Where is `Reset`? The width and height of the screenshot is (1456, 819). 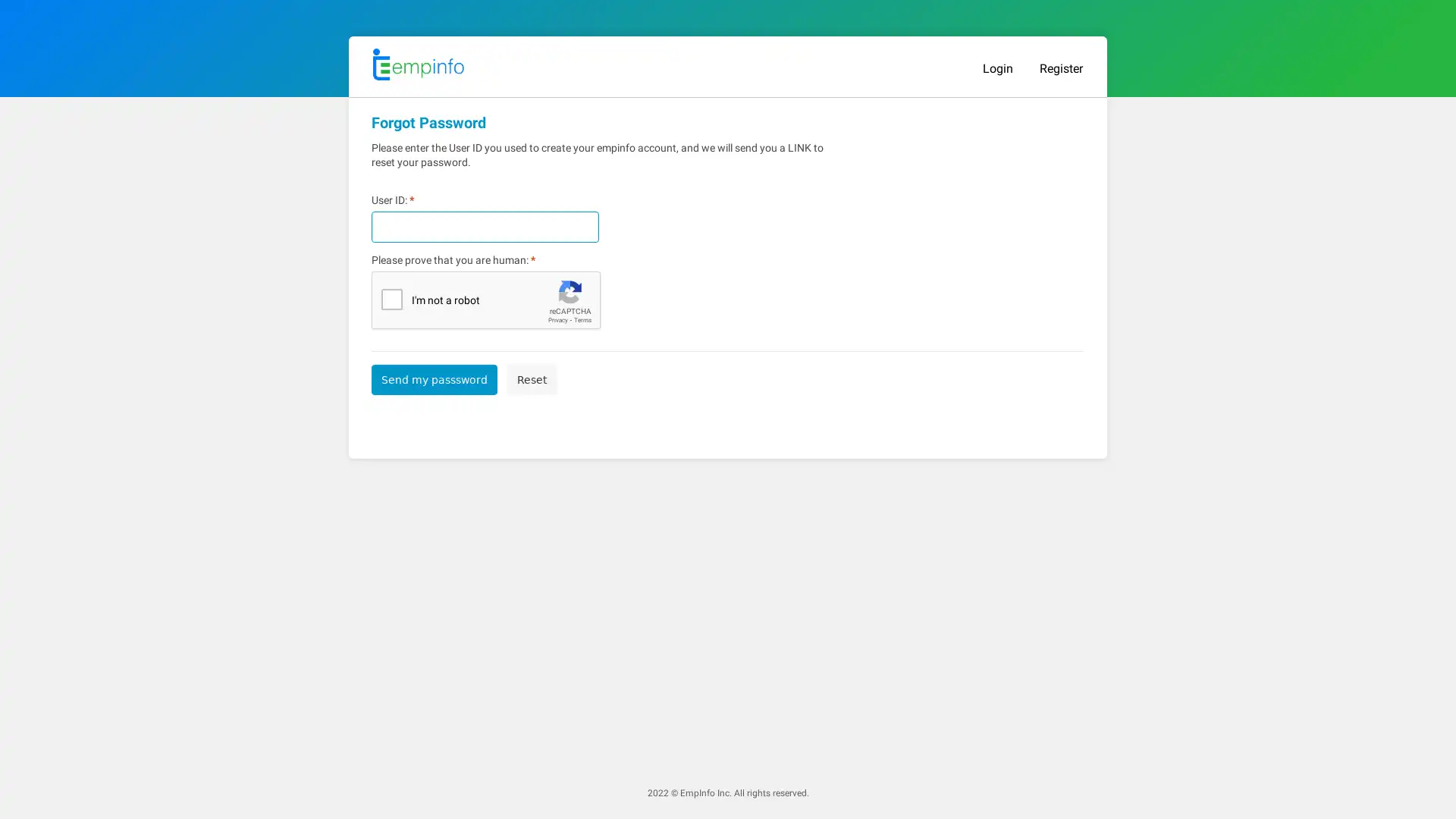 Reset is located at coordinates (532, 379).